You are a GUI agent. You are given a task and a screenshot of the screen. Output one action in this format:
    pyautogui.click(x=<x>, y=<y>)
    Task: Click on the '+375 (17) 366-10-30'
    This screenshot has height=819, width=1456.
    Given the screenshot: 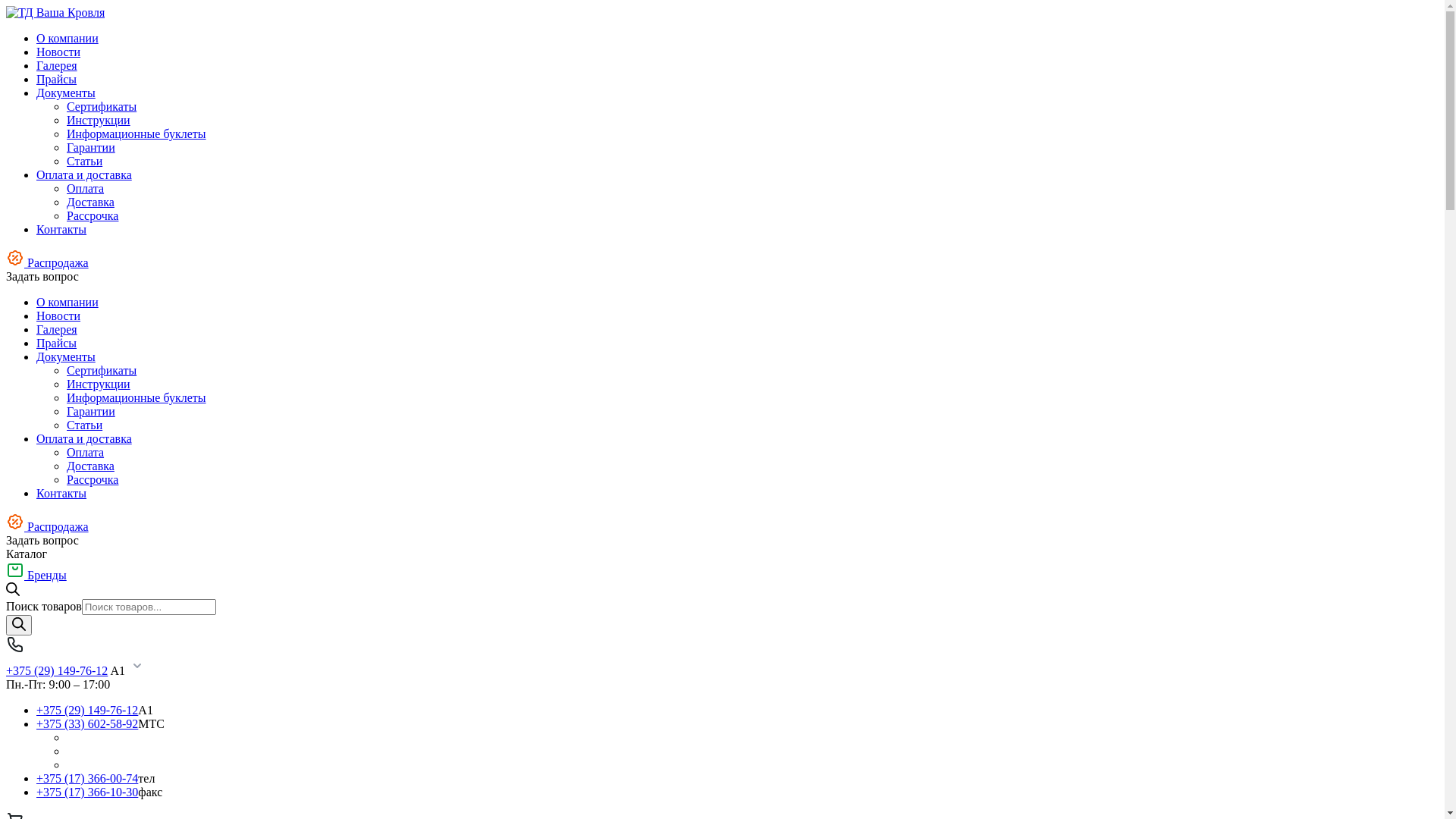 What is the action you would take?
    pyautogui.click(x=36, y=791)
    